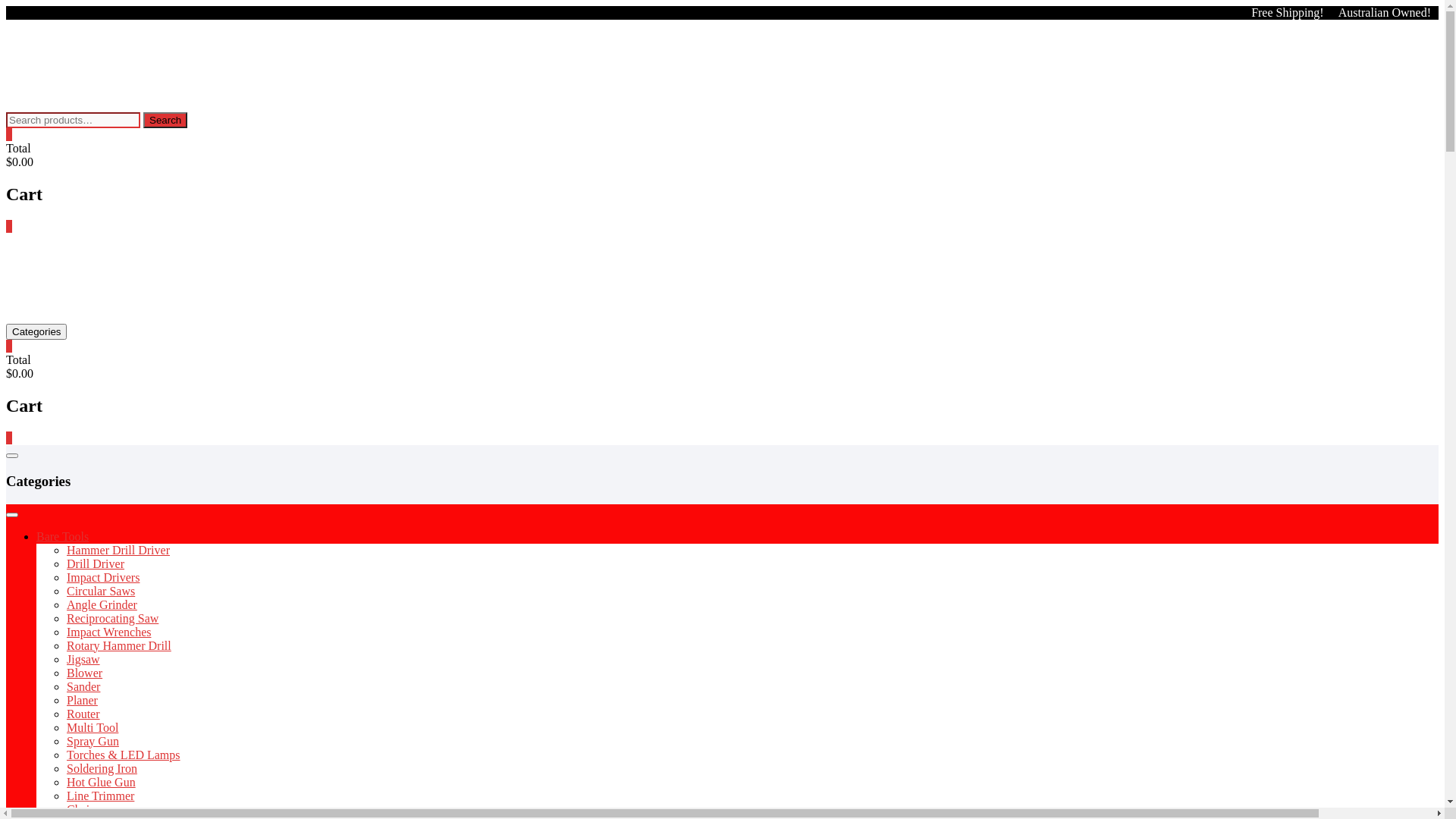 The width and height of the screenshot is (1456, 819). What do you see at coordinates (81, 700) in the screenshot?
I see `'Planer'` at bounding box center [81, 700].